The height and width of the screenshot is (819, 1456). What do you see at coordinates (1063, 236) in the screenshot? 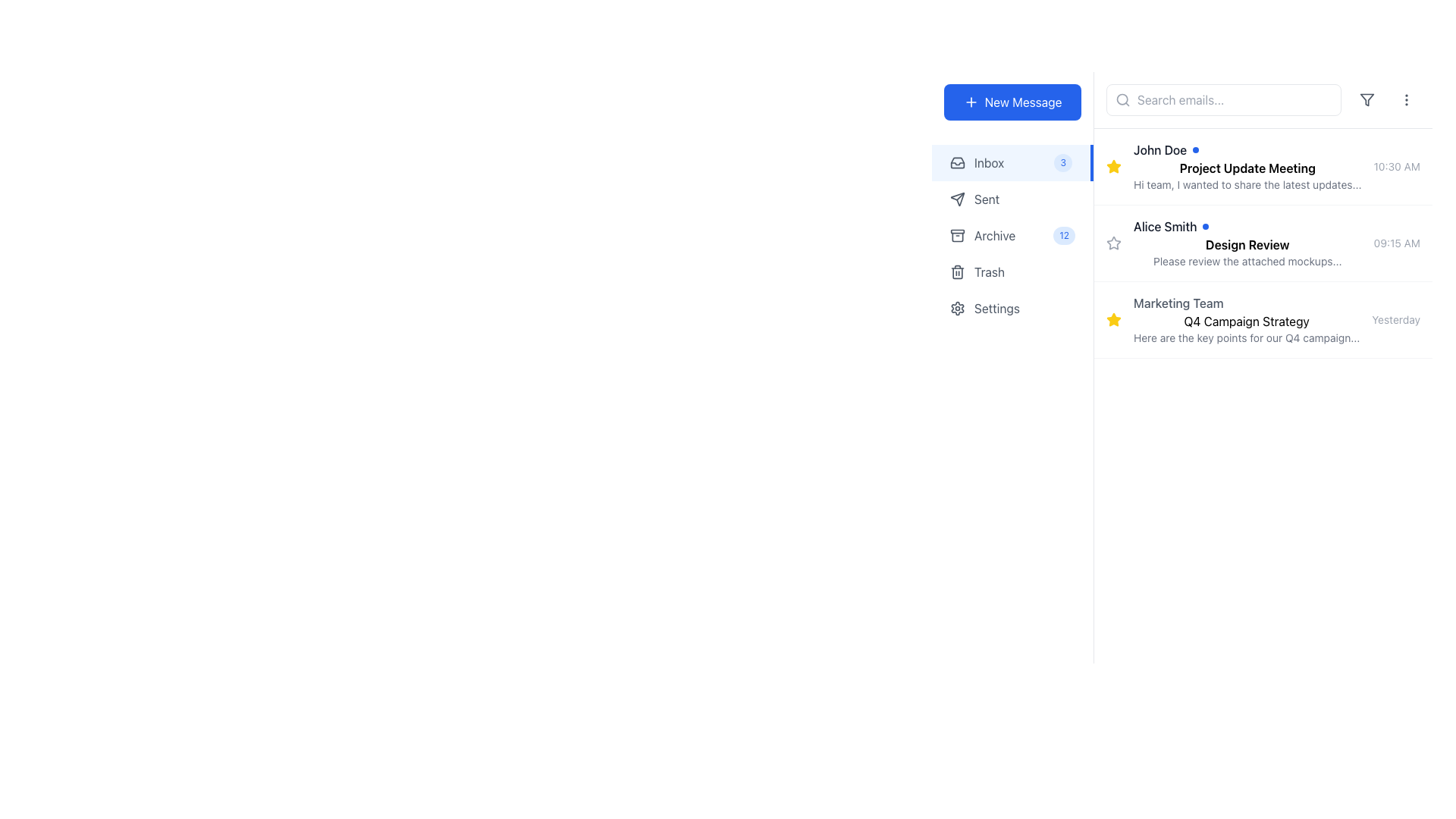
I see `the badge-style notification indicator that displays the number '12', which is styled with a blue background and blue text, located next to the 'Archive' text in the left-side navigation bar` at bounding box center [1063, 236].